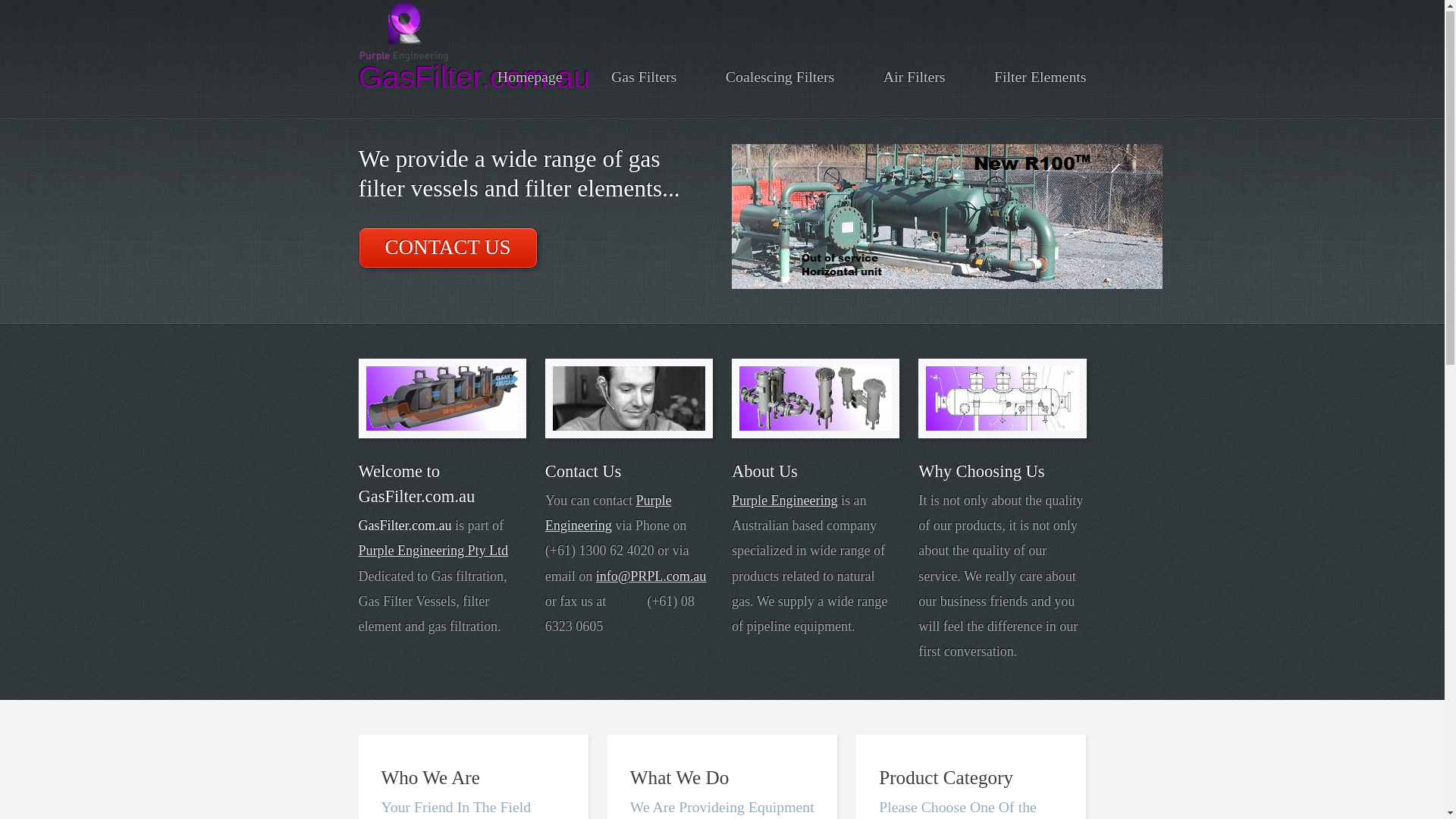 The image size is (1456, 819). Describe the element at coordinates (530, 77) in the screenshot. I see `'Homepage'` at that location.